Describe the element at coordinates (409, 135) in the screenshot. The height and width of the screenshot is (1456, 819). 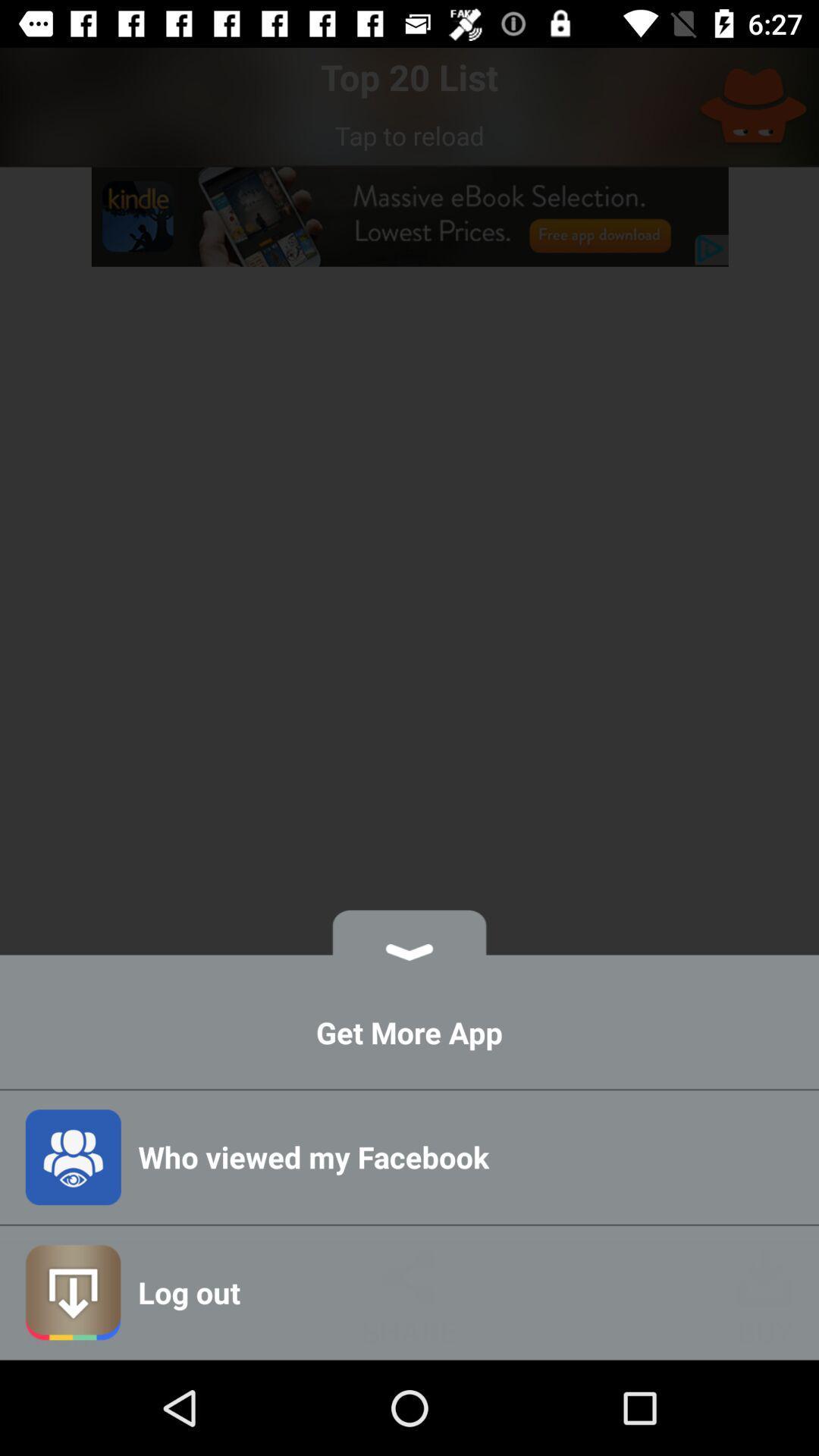
I see `the item below the top 20 list app` at that location.